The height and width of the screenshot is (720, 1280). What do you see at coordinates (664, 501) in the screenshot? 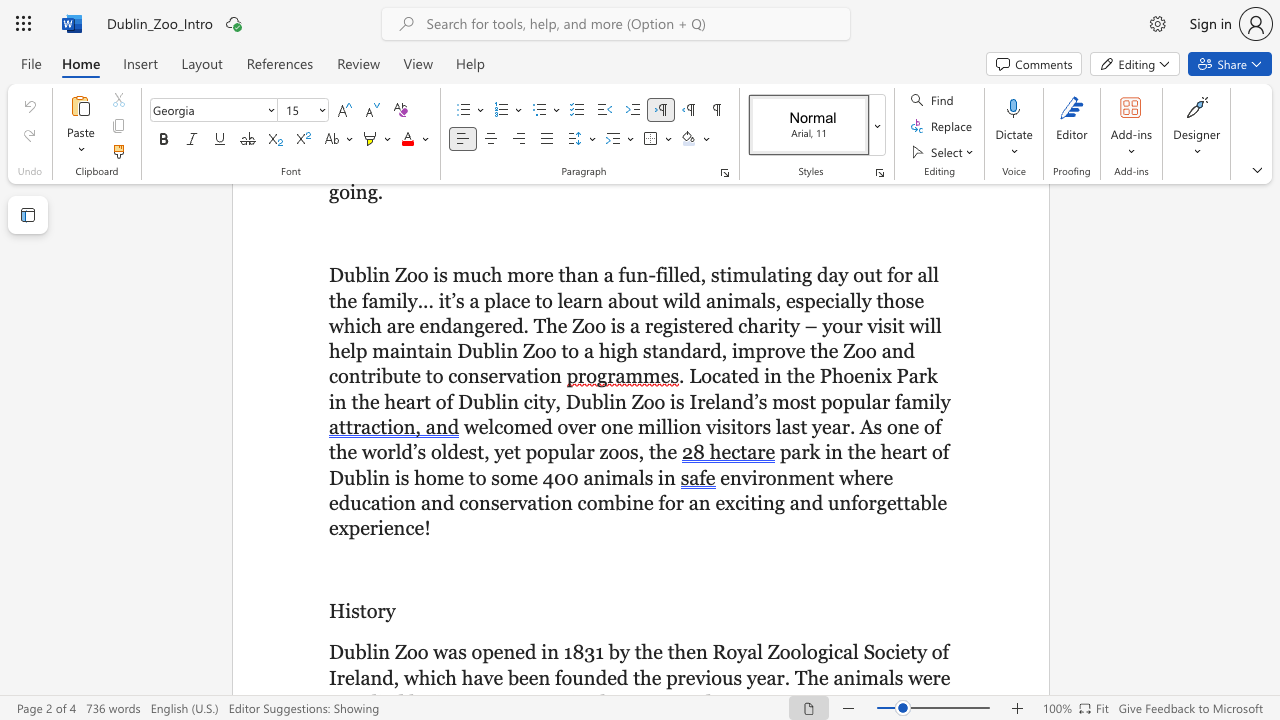
I see `the subset text "or an exciting and unfor" within the text "environment where education and conservation combine for an exciting and unforgettable experience!"` at bounding box center [664, 501].